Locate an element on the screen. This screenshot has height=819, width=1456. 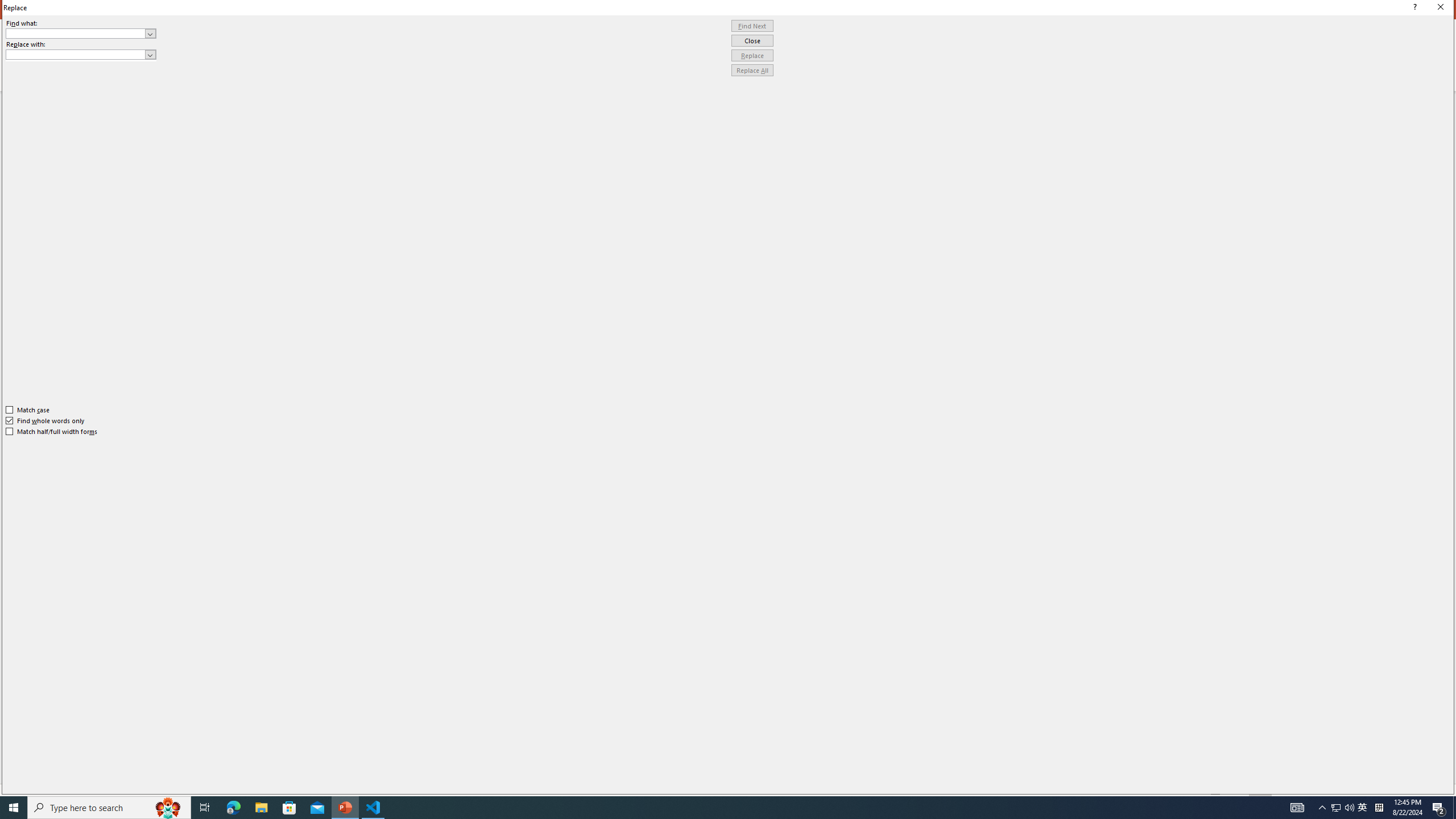
'Find whole words only' is located at coordinates (45, 420).